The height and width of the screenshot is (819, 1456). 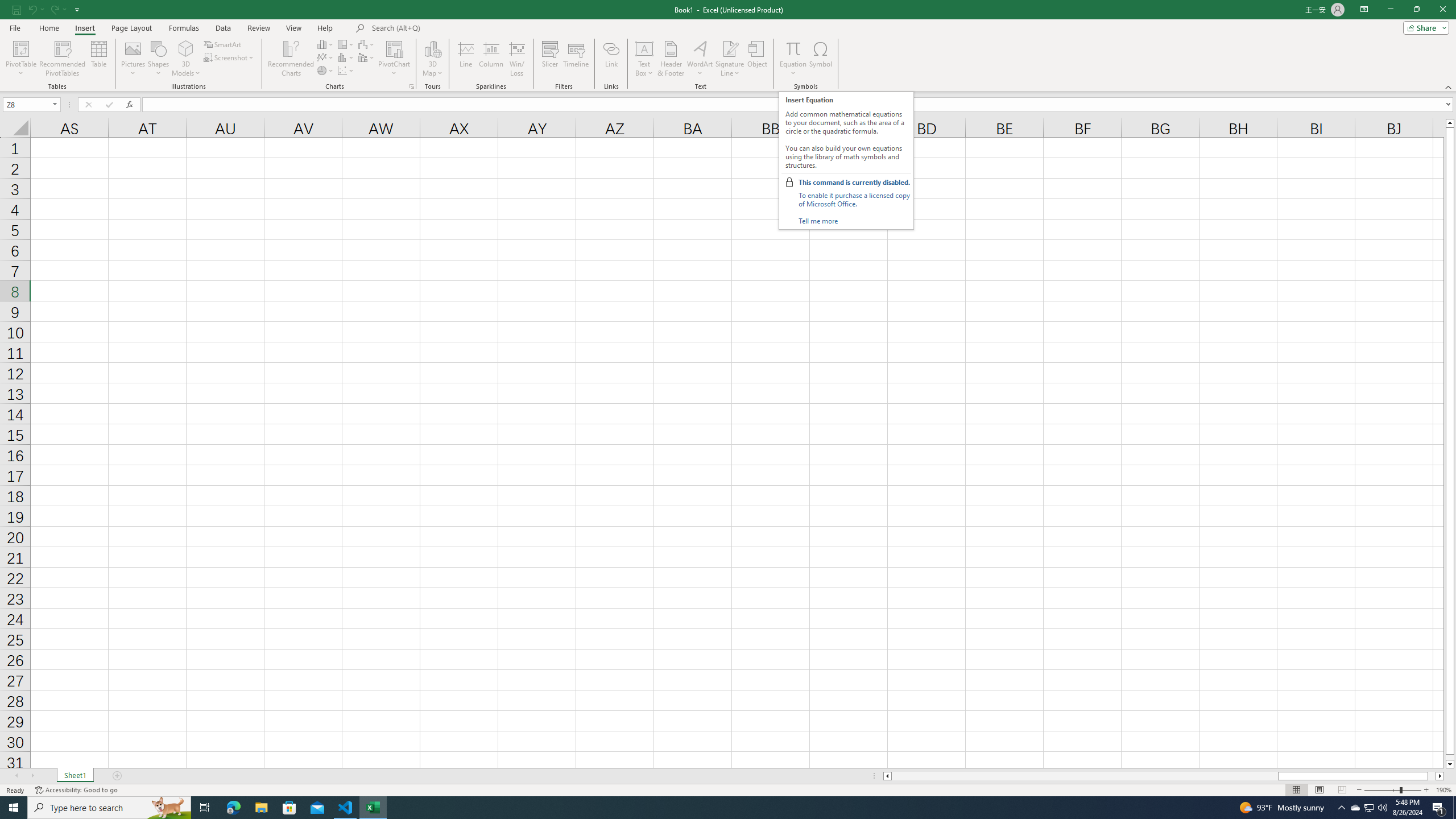 I want to click on 'Symbol...', so click(x=821, y=59).